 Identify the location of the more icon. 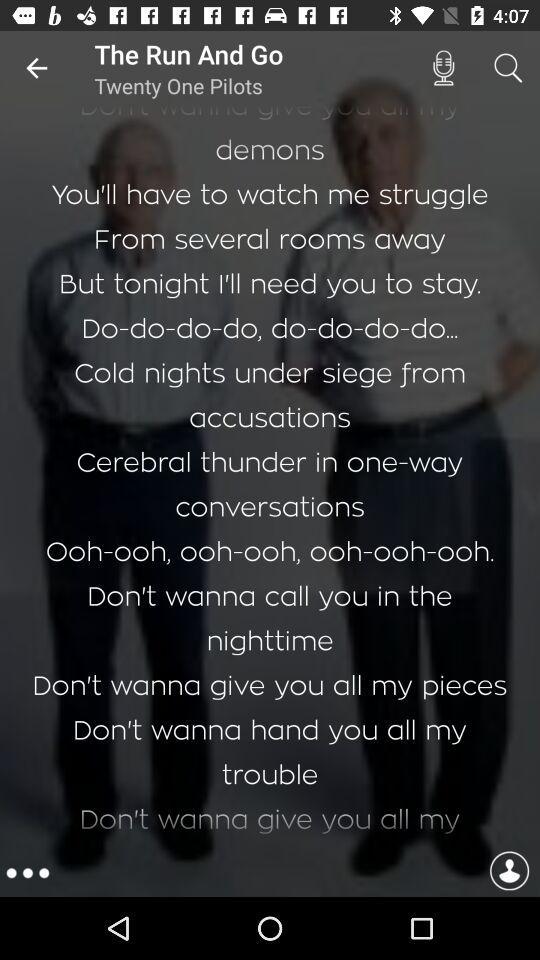
(26, 872).